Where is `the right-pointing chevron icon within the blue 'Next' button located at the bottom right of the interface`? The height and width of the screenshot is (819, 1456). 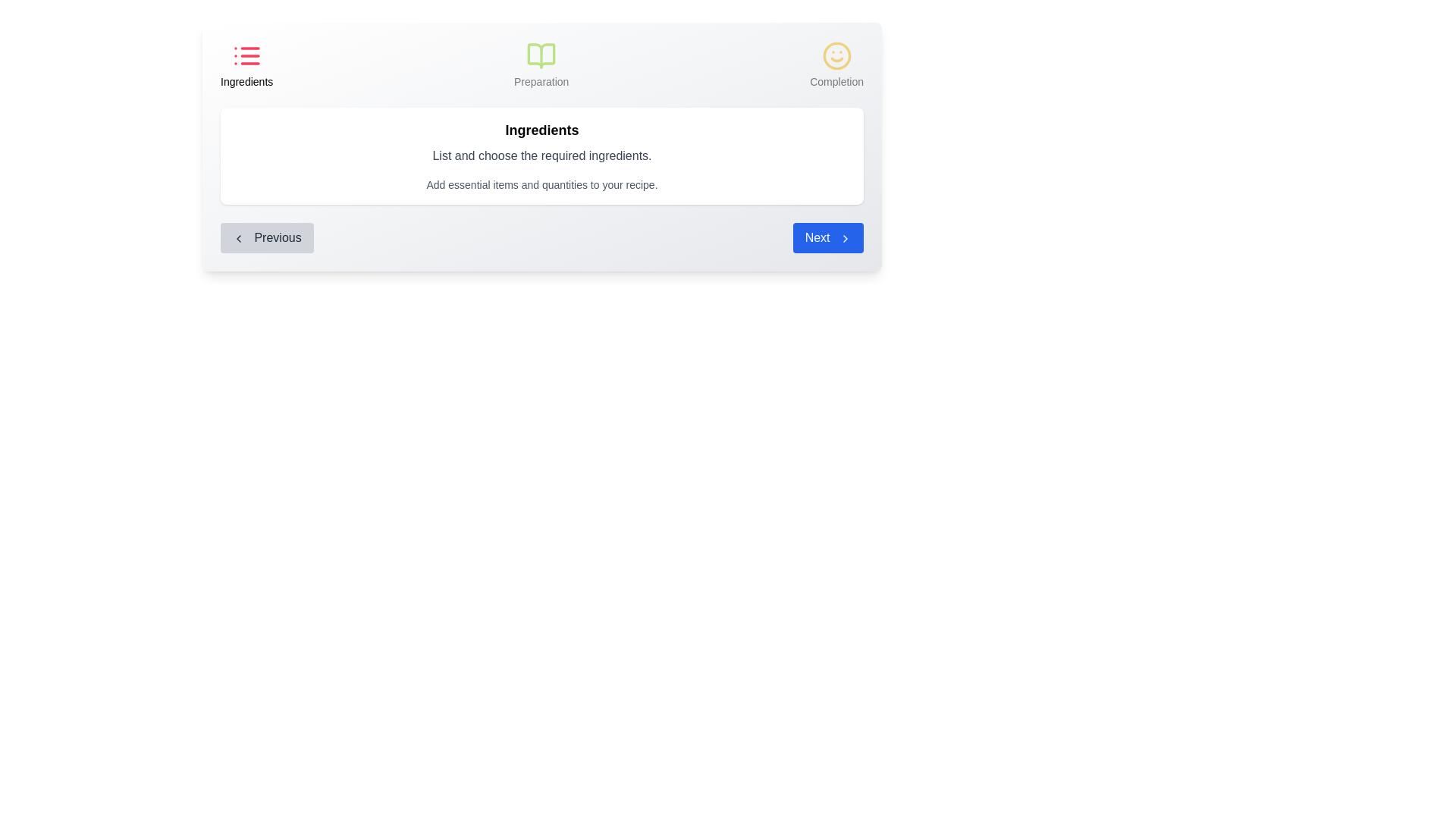
the right-pointing chevron icon within the blue 'Next' button located at the bottom right of the interface is located at coordinates (844, 237).